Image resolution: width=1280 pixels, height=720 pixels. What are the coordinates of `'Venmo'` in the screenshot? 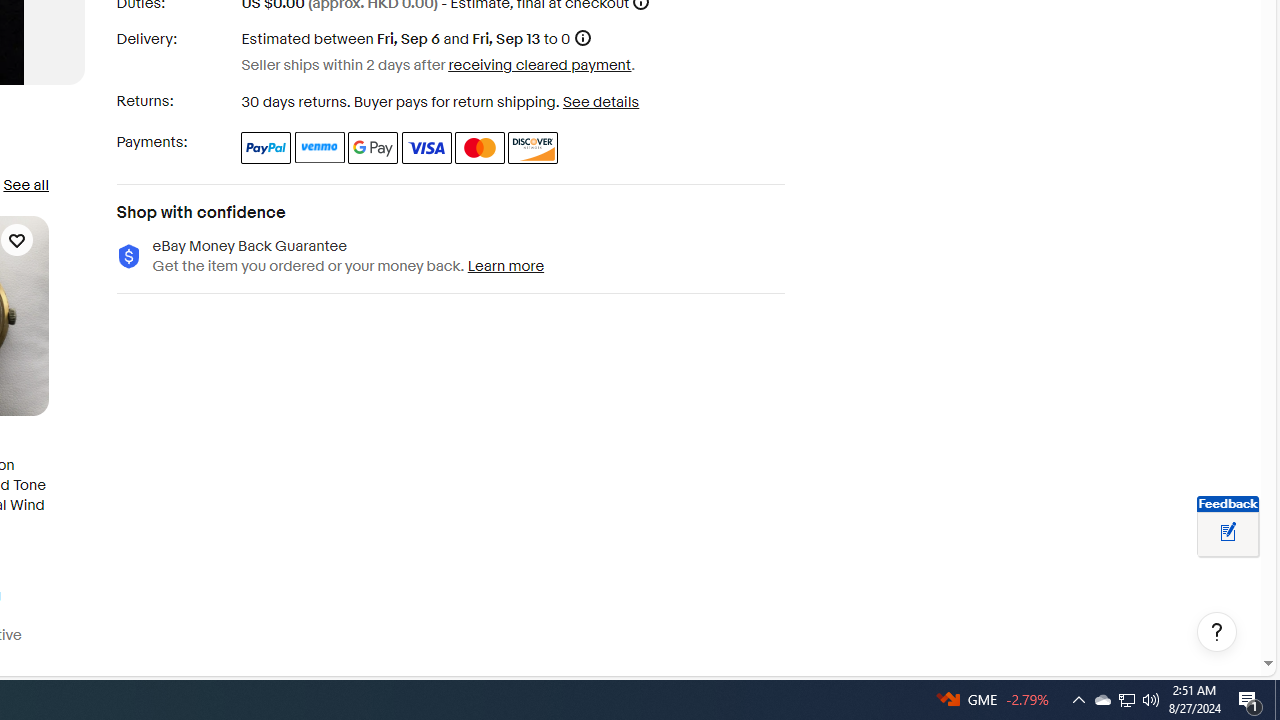 It's located at (320, 146).